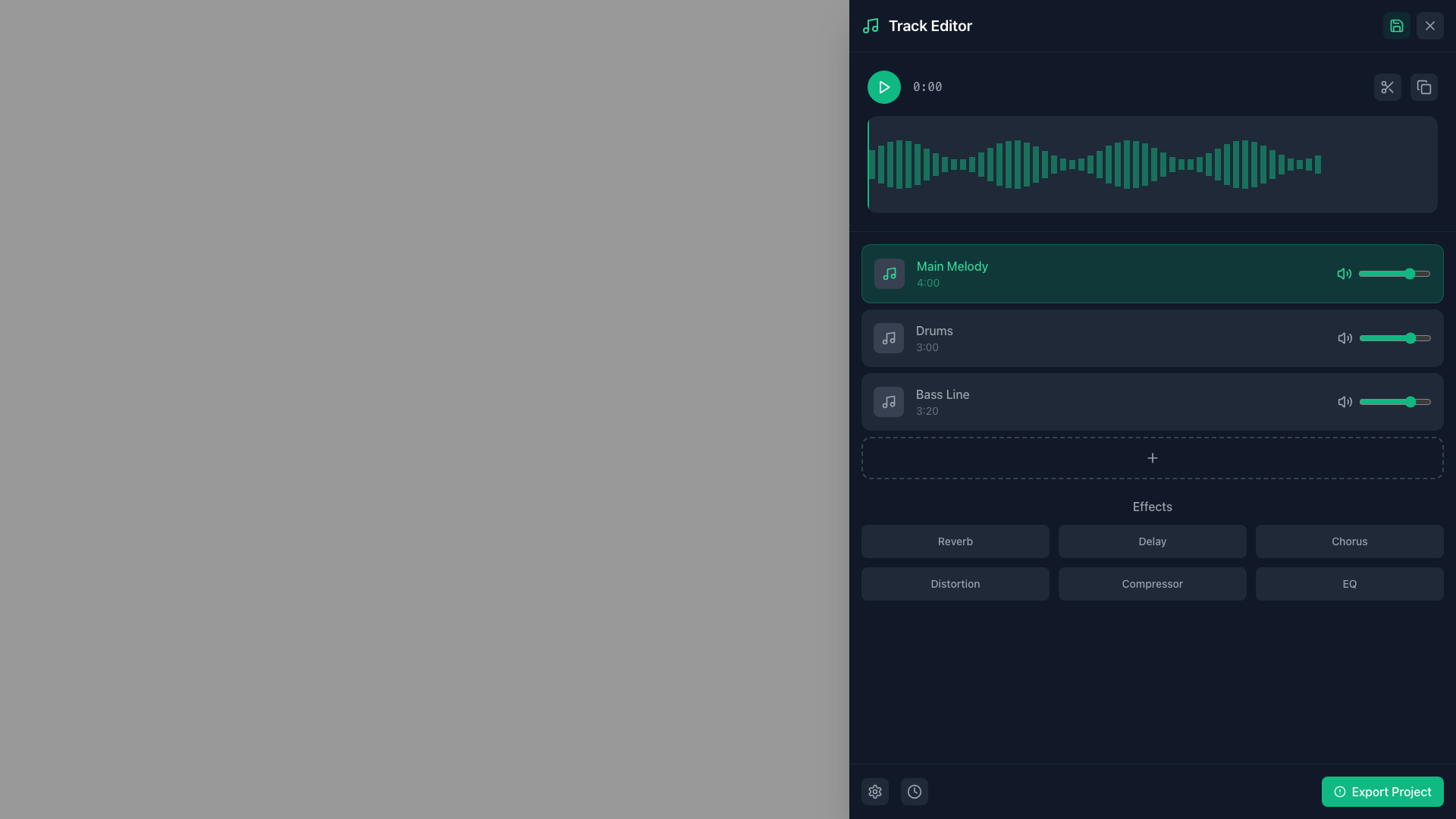  What do you see at coordinates (1127, 164) in the screenshot?
I see `the graphical bar at the 31st position of the audio waveform in the 'Track Editor' section to interact with adjacent parts of the graph` at bounding box center [1127, 164].